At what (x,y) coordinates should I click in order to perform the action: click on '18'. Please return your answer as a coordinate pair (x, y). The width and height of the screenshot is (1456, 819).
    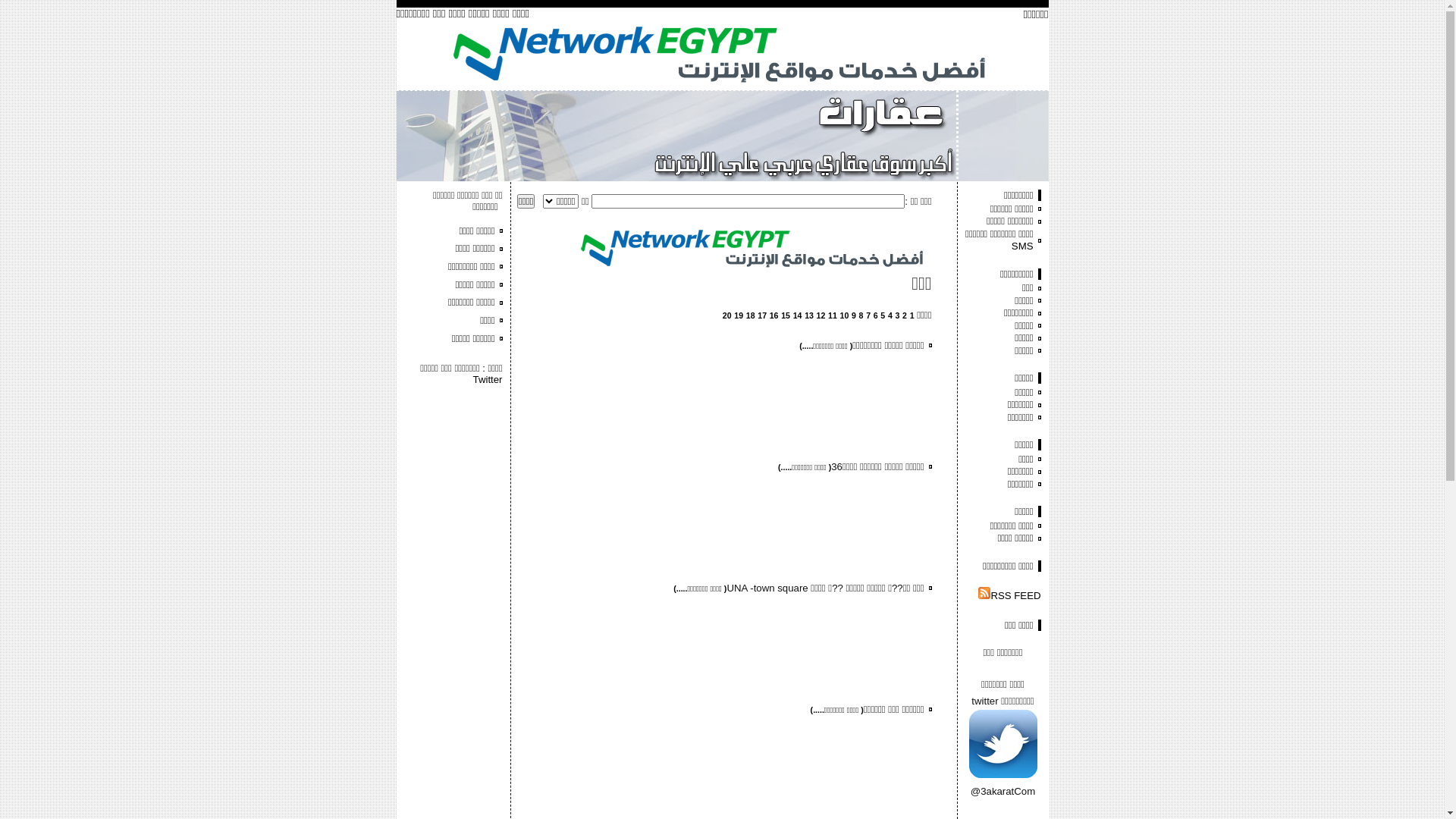
    Looking at the image, I should click on (750, 315).